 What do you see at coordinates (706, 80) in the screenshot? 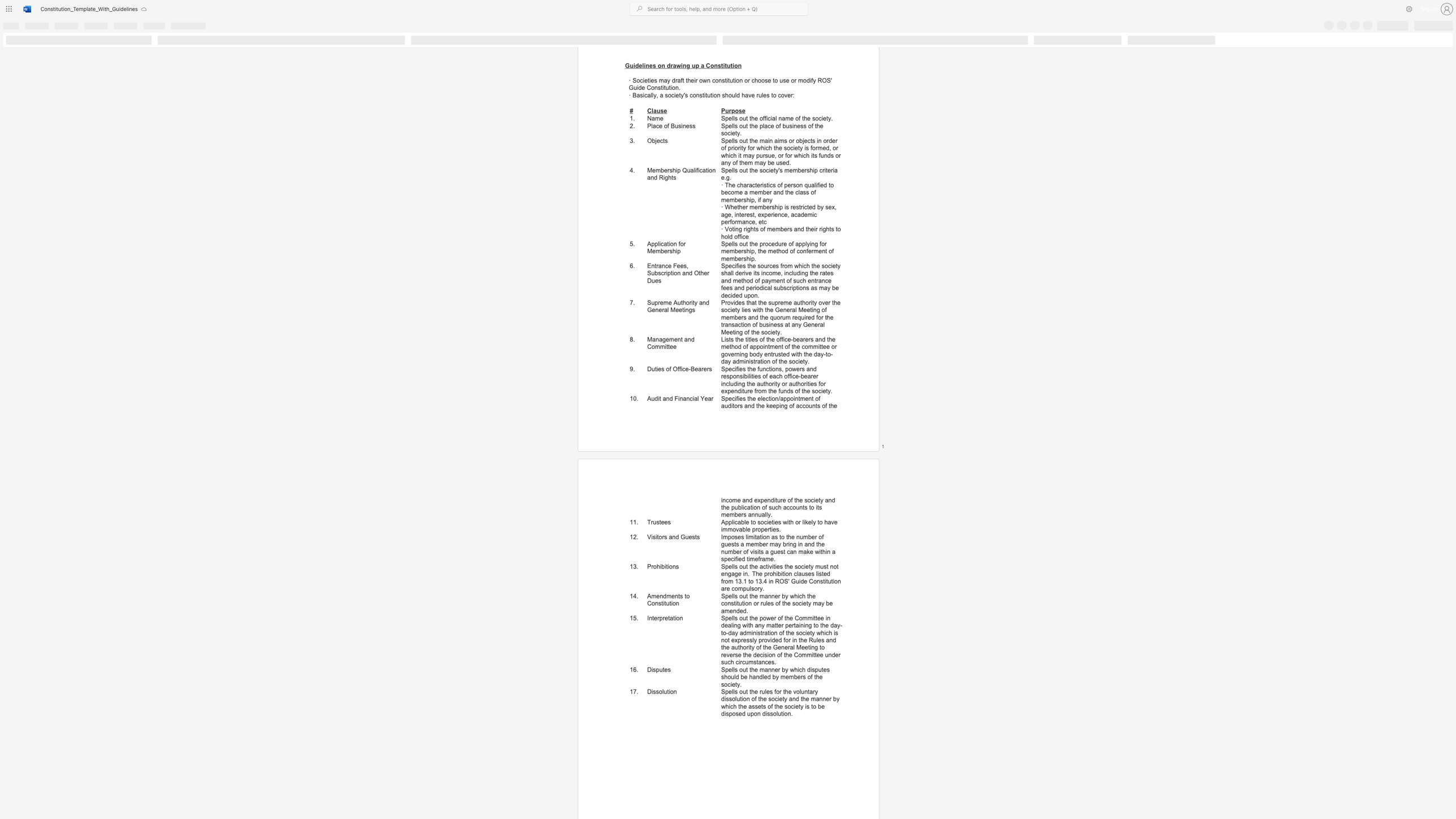
I see `the subset text "n constitution" within the text "· Societies may draft their own constitution or choose to use or modify ROS"` at bounding box center [706, 80].